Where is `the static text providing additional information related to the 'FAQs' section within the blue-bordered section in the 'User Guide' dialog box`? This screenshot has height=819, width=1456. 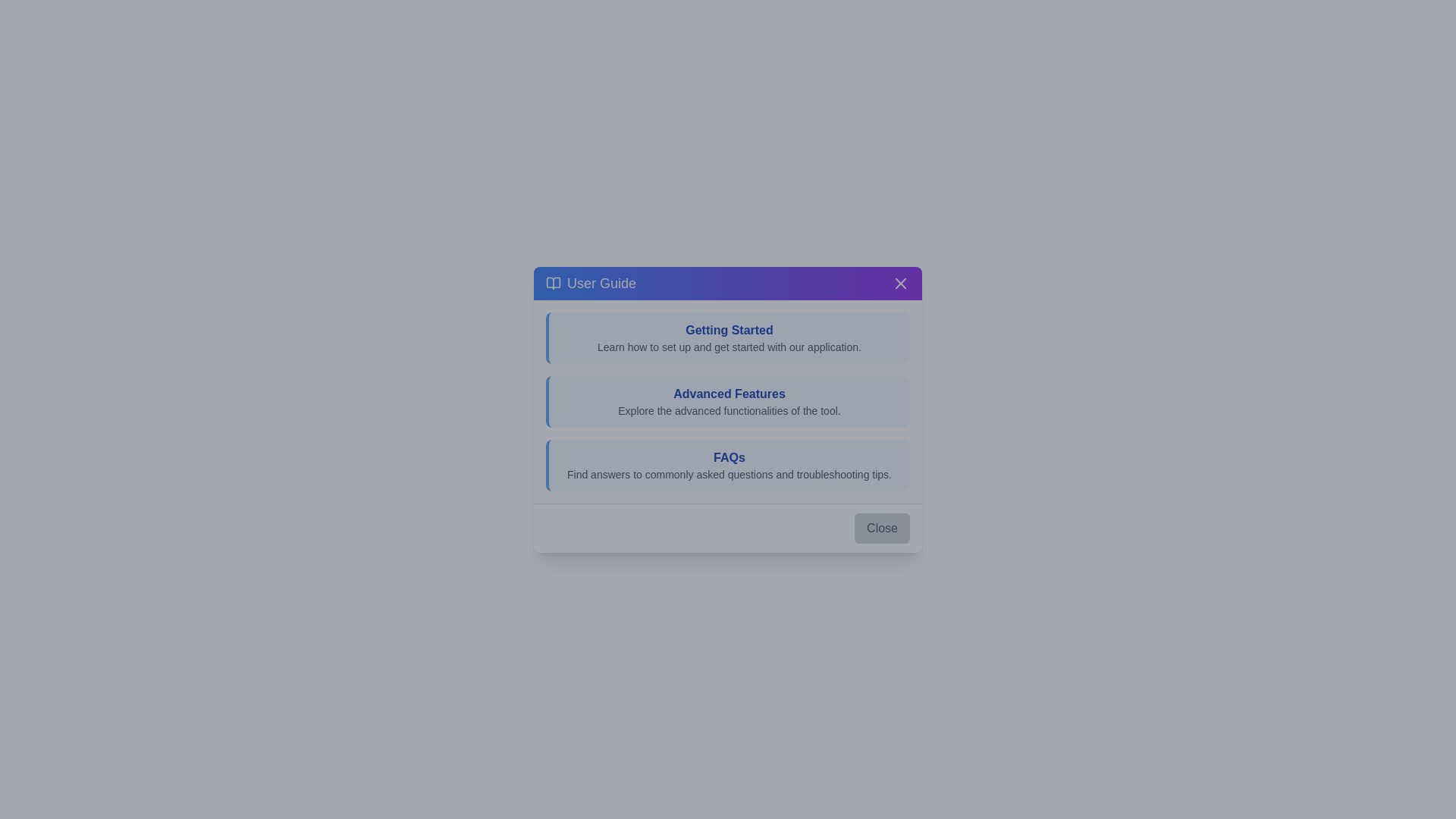 the static text providing additional information related to the 'FAQs' section within the blue-bordered section in the 'User Guide' dialog box is located at coordinates (729, 472).